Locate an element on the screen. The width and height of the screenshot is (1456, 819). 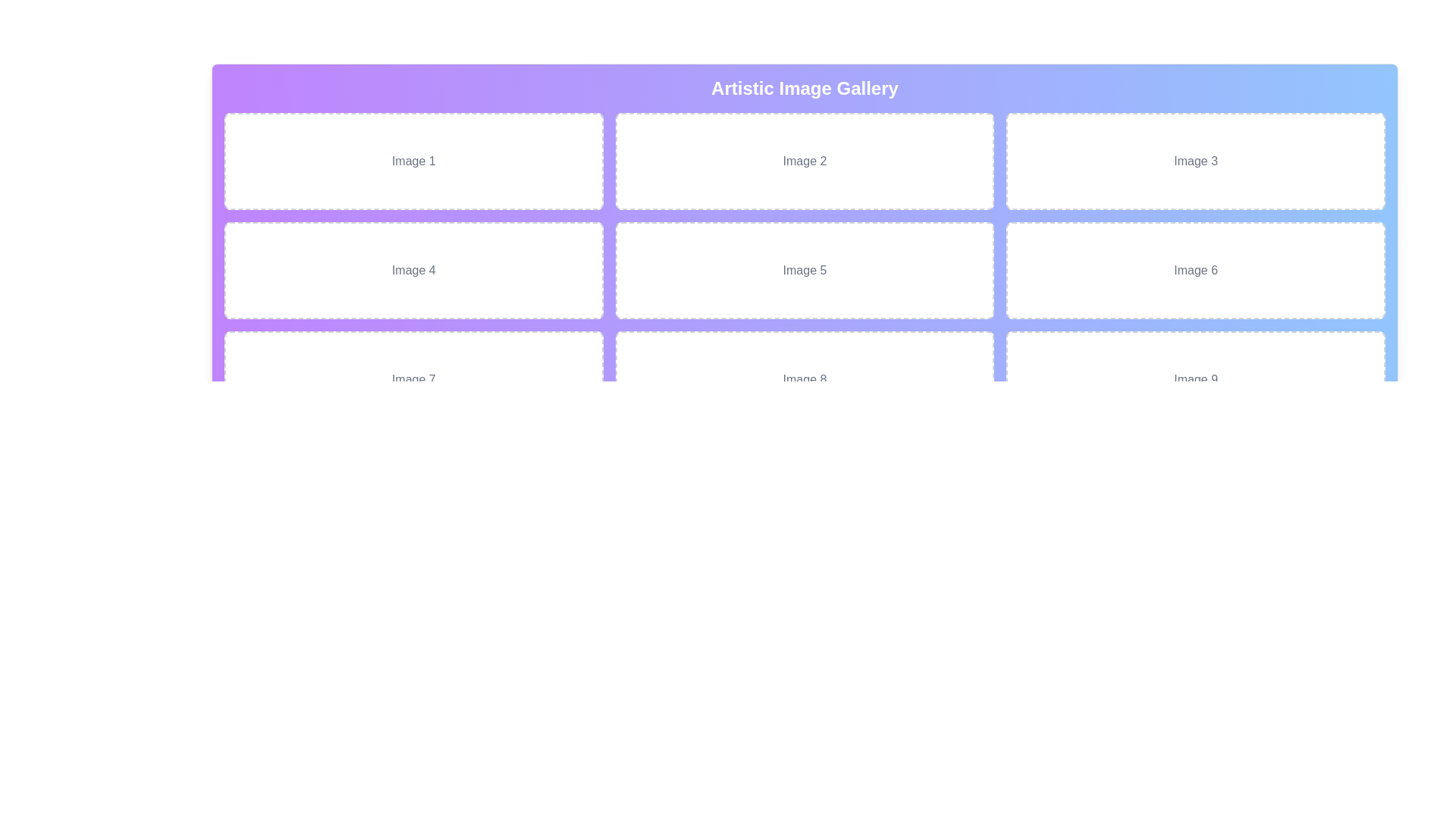
the static content placeholder that has a white background, gray dashed outline, and contains the centered gray text 'Image 2' is located at coordinates (804, 161).